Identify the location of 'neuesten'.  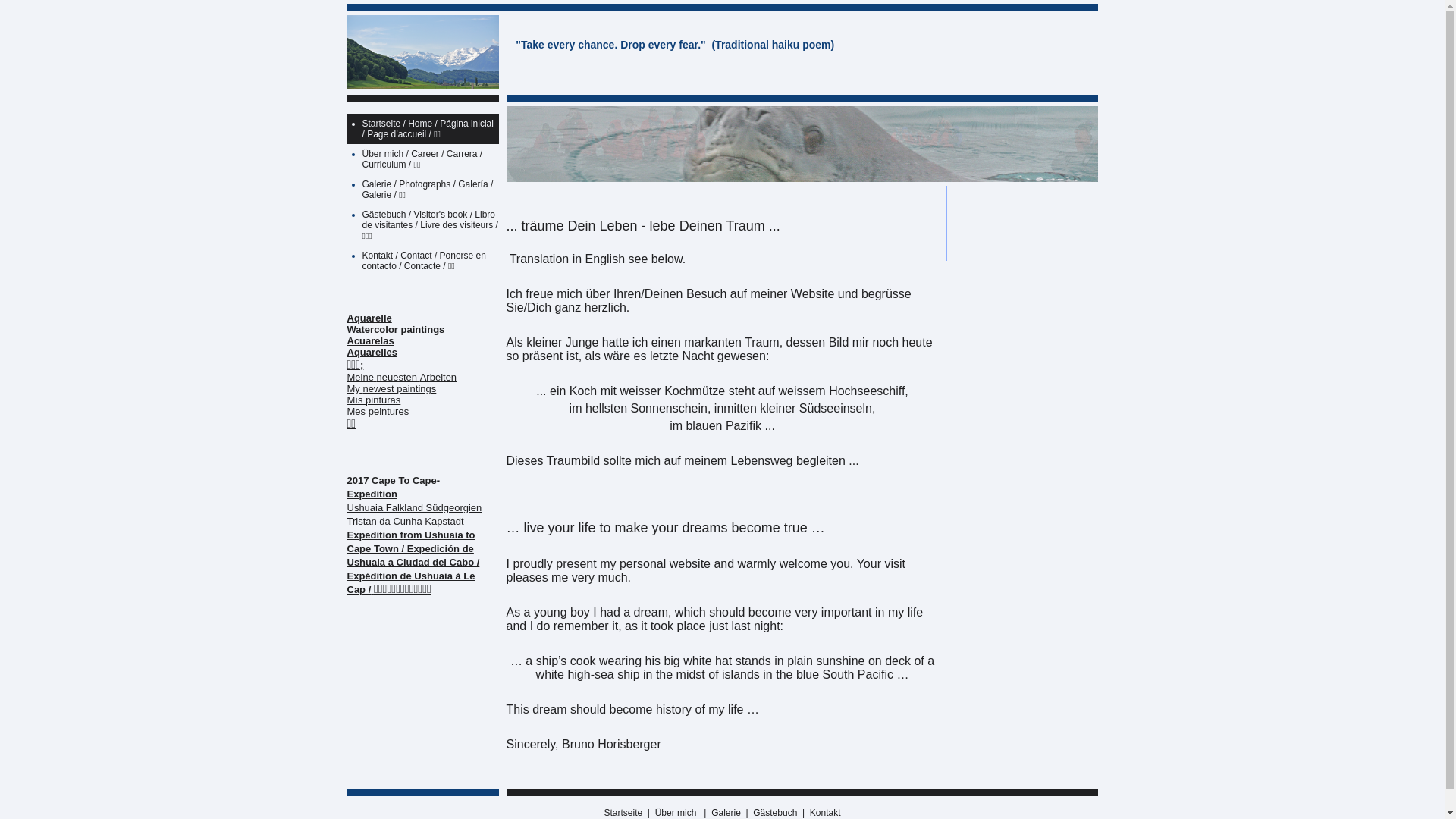
(377, 376).